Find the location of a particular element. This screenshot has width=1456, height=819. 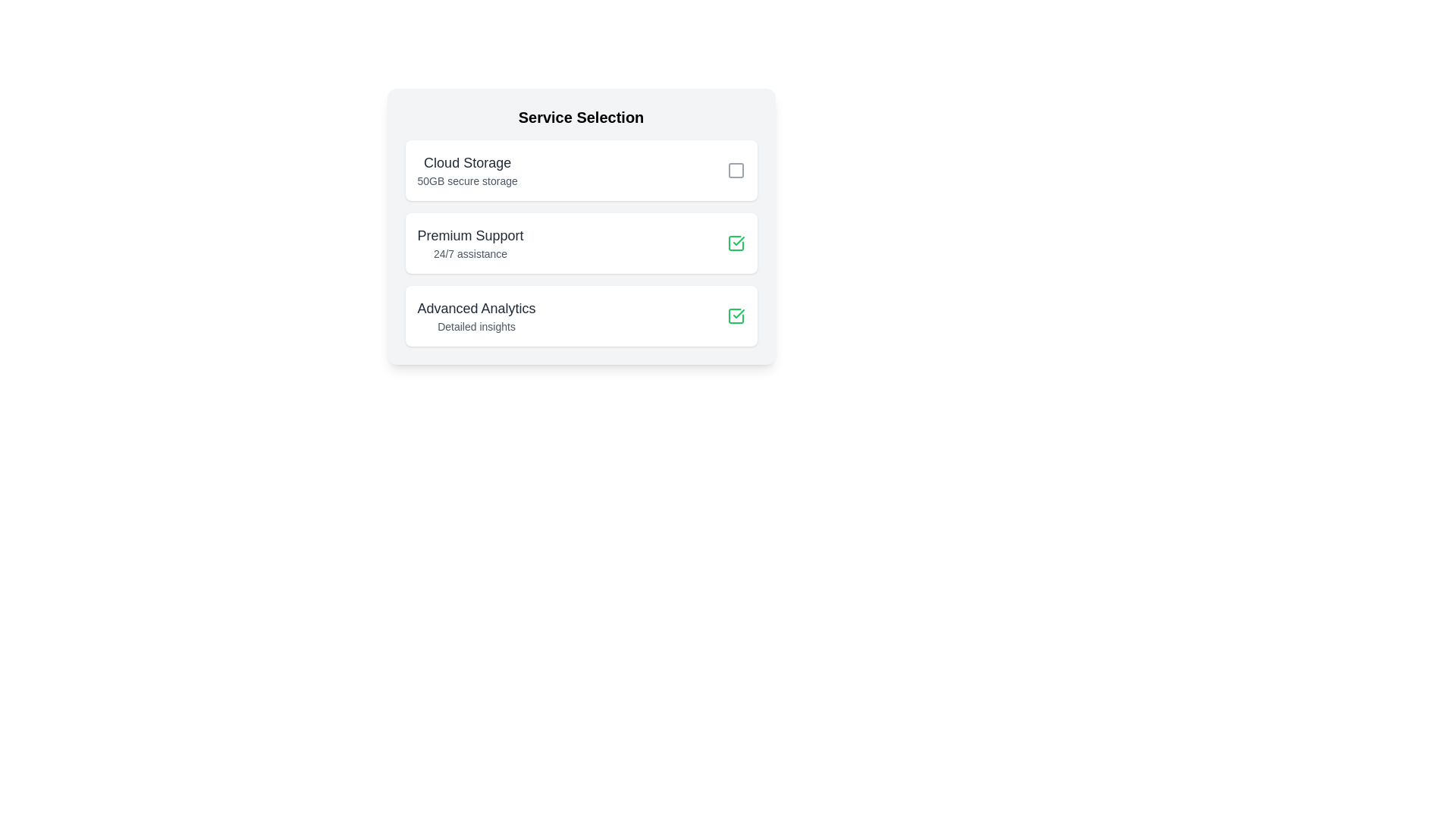

the 'Premium Support' text label, which serves as the title for the service option, located in the second service option of the 'Service Selection' list is located at coordinates (469, 236).